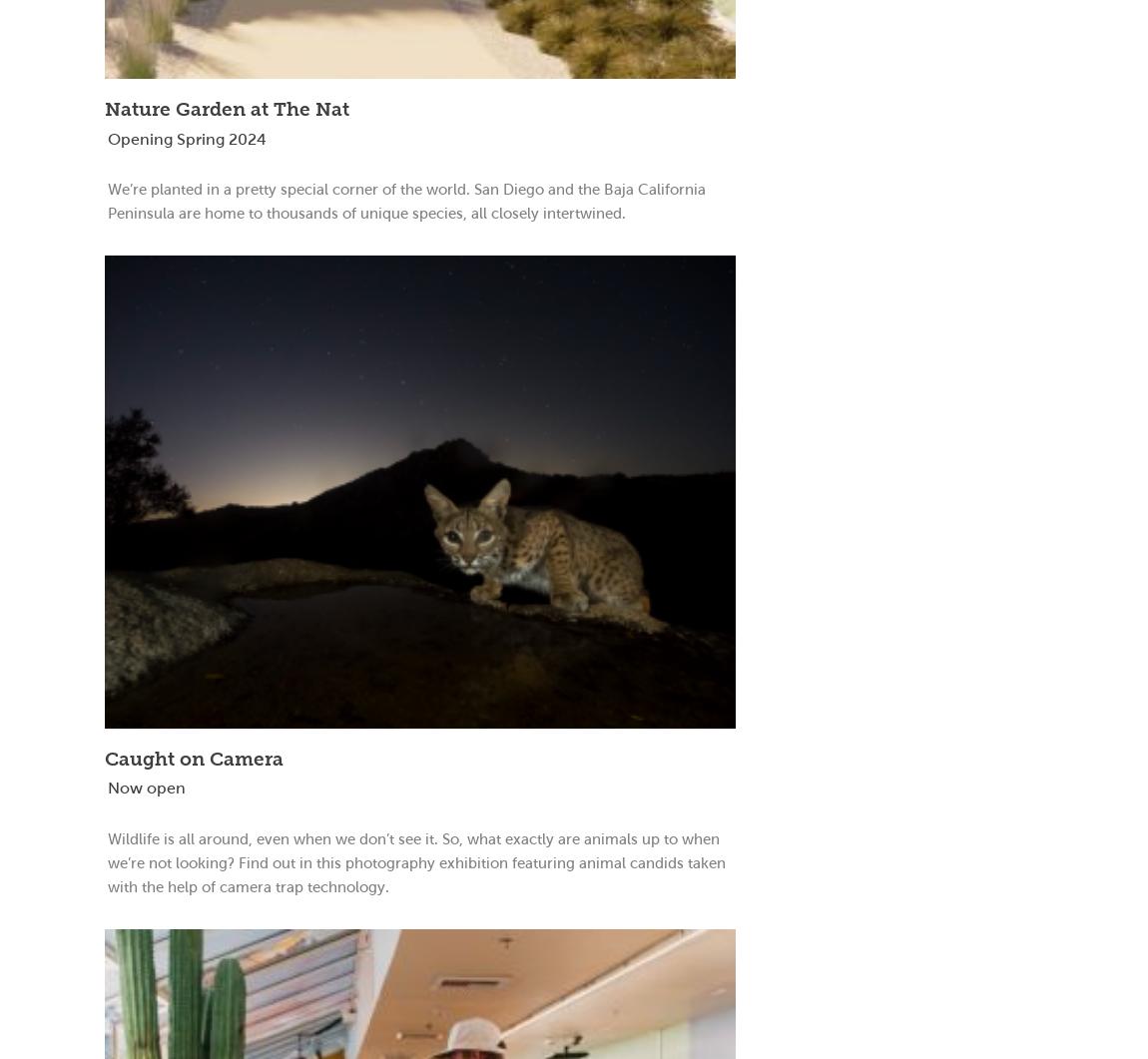 This screenshot has height=1059, width=1148. Describe the element at coordinates (106, 849) in the screenshot. I see `'what exactly are animals up to when we’re not looking? Find out in this photography exhibition featuring animal'` at that location.